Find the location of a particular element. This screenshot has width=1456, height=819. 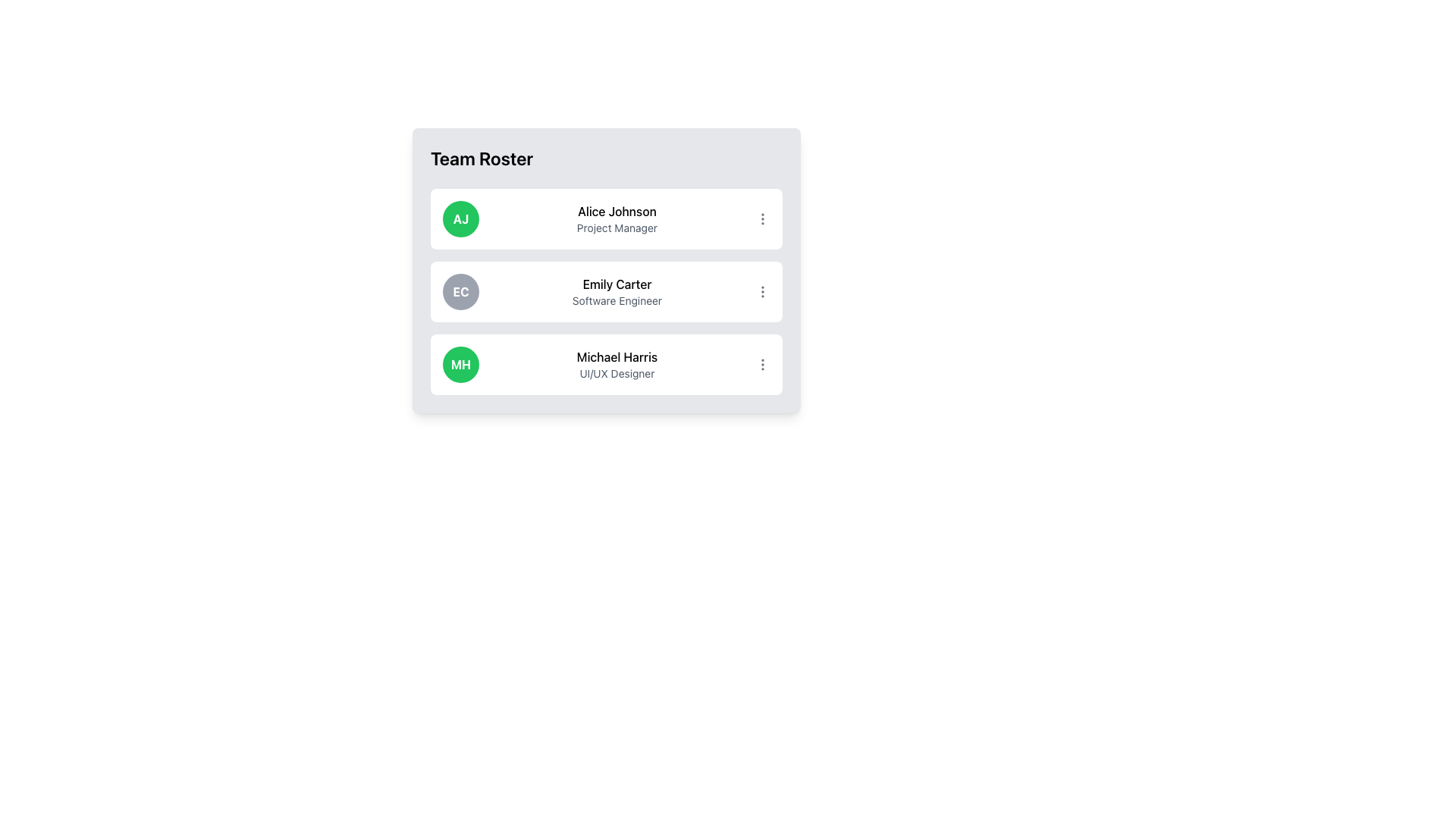

the profile card representing the team member in the roster is located at coordinates (607, 292).